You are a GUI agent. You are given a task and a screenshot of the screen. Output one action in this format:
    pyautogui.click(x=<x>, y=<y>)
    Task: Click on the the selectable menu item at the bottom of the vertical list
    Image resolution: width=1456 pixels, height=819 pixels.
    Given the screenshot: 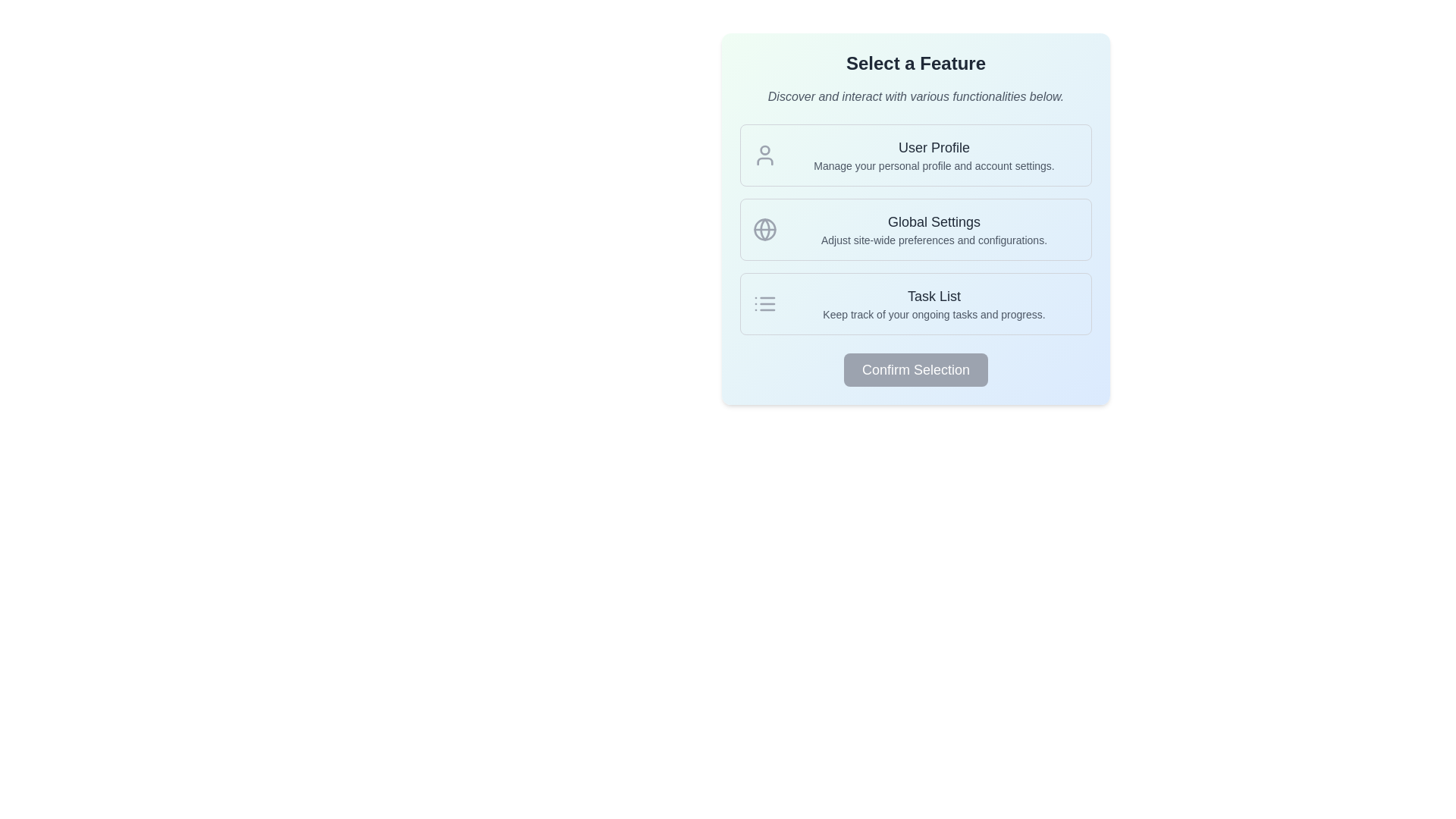 What is the action you would take?
    pyautogui.click(x=915, y=304)
    